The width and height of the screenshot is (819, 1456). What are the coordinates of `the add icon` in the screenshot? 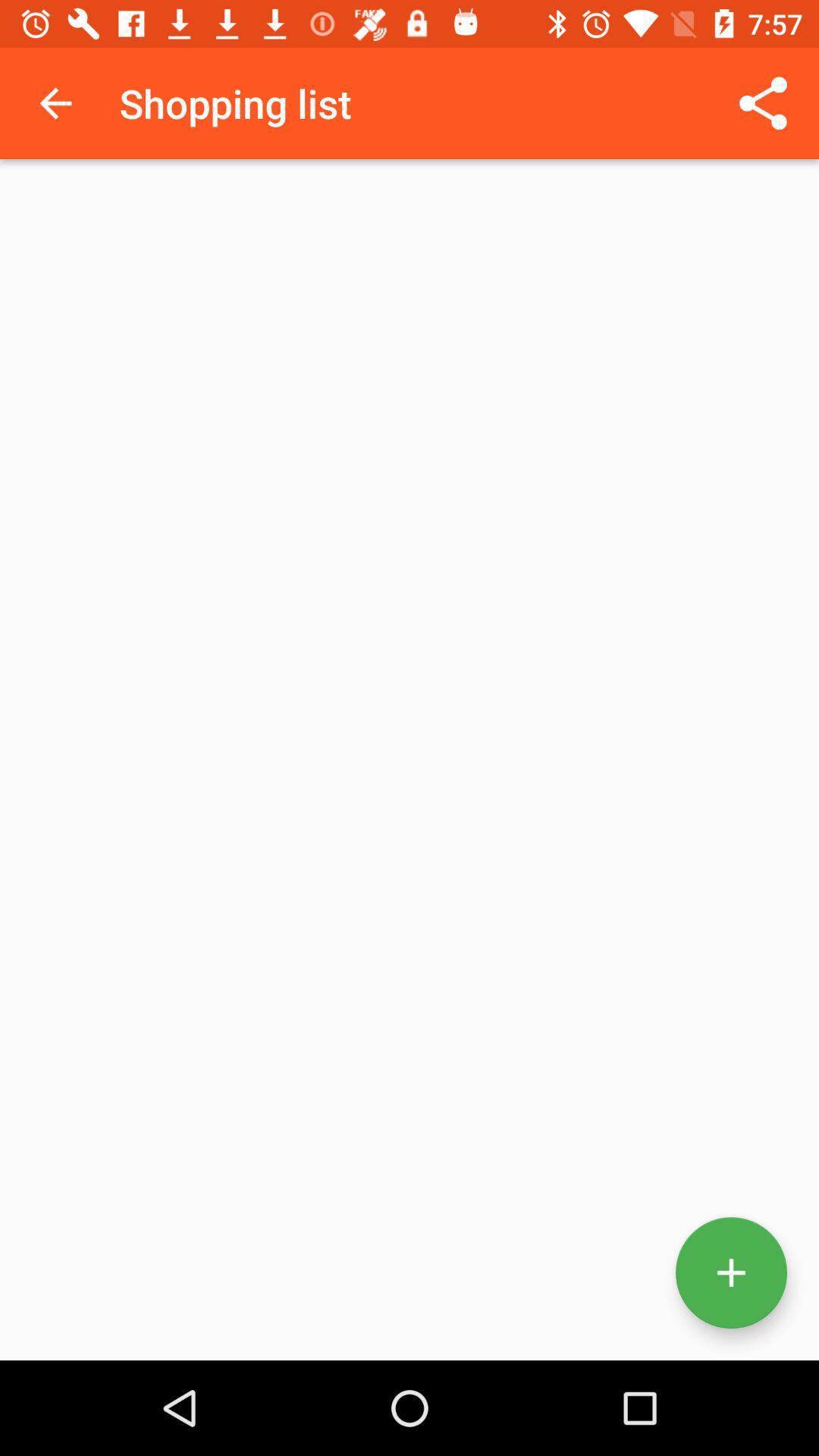 It's located at (730, 1272).